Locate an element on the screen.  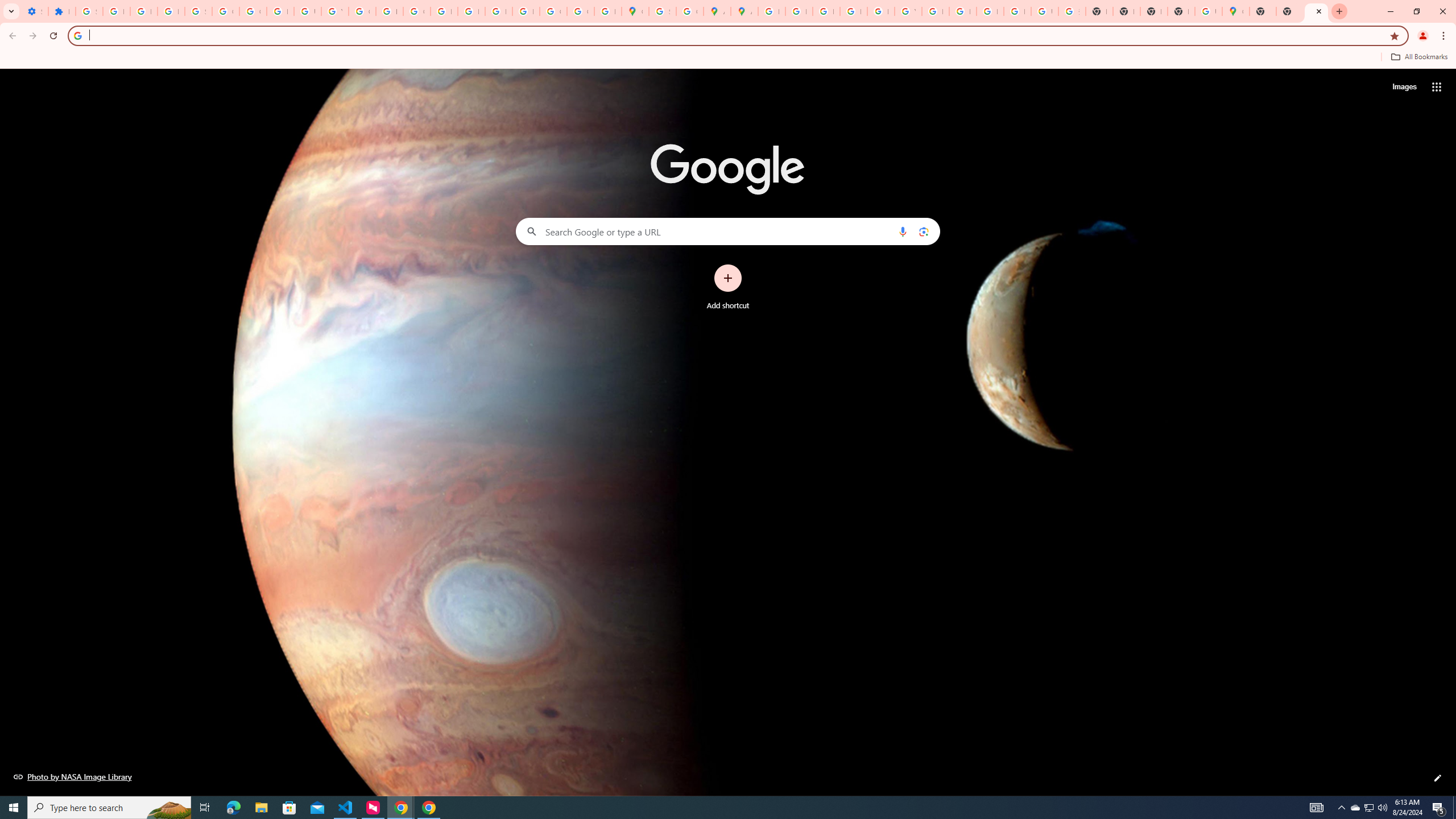
'Customize this page' is located at coordinates (1437, 777).